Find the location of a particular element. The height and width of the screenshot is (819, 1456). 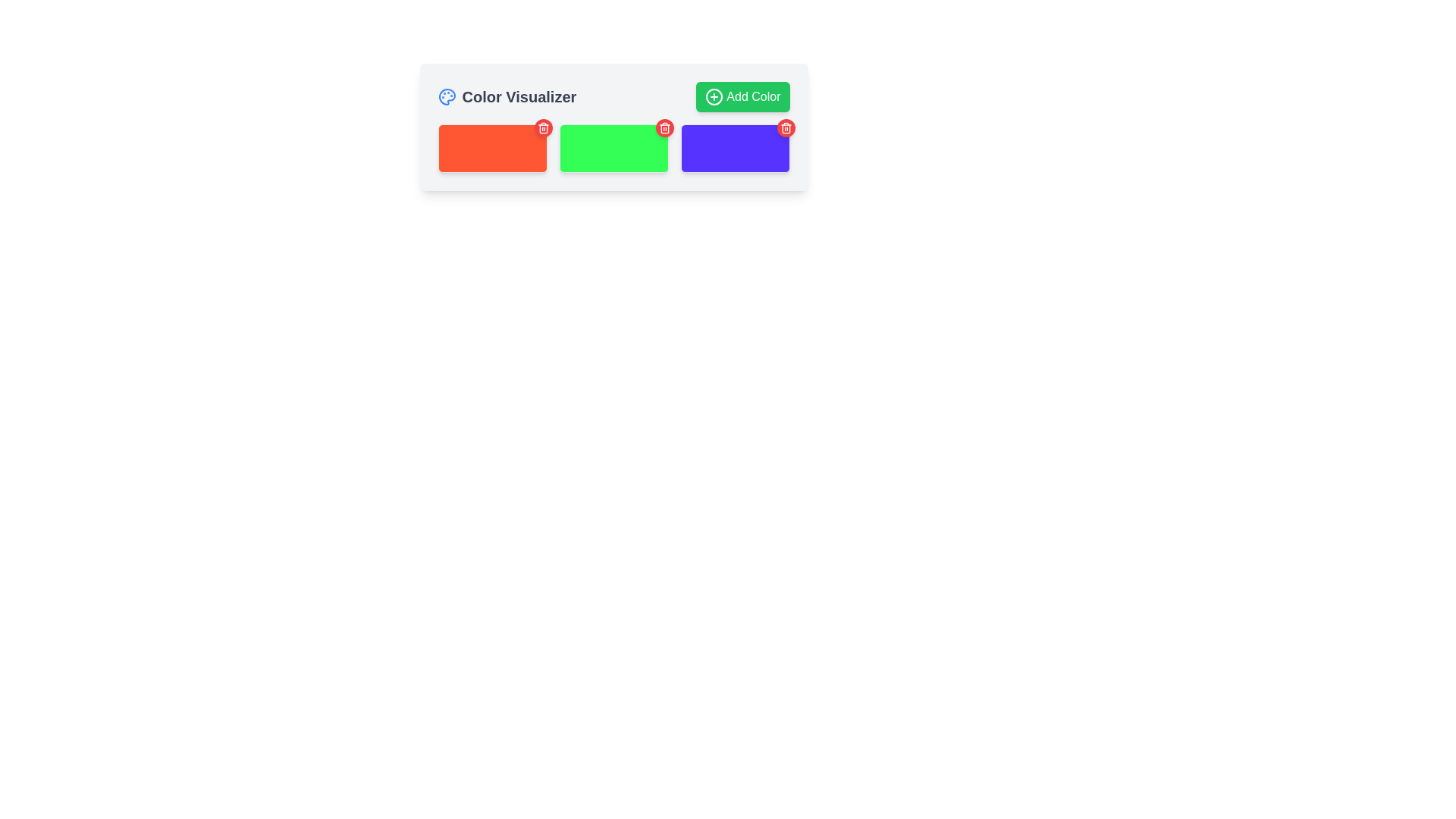

the third delete button located at the top-right corner of the third blue card is located at coordinates (786, 127).